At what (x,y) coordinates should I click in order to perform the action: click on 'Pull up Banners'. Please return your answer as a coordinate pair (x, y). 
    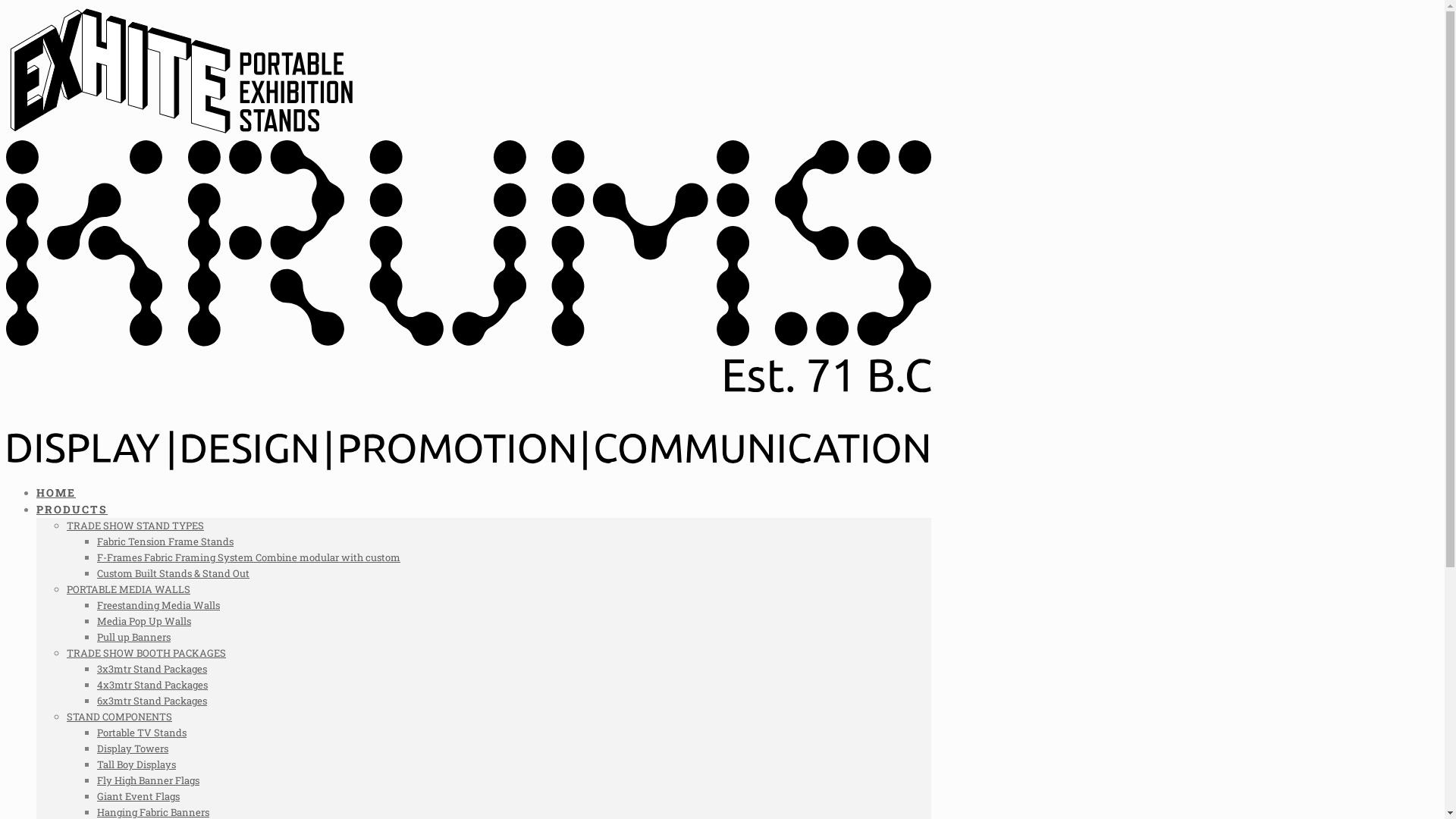
    Looking at the image, I should click on (133, 637).